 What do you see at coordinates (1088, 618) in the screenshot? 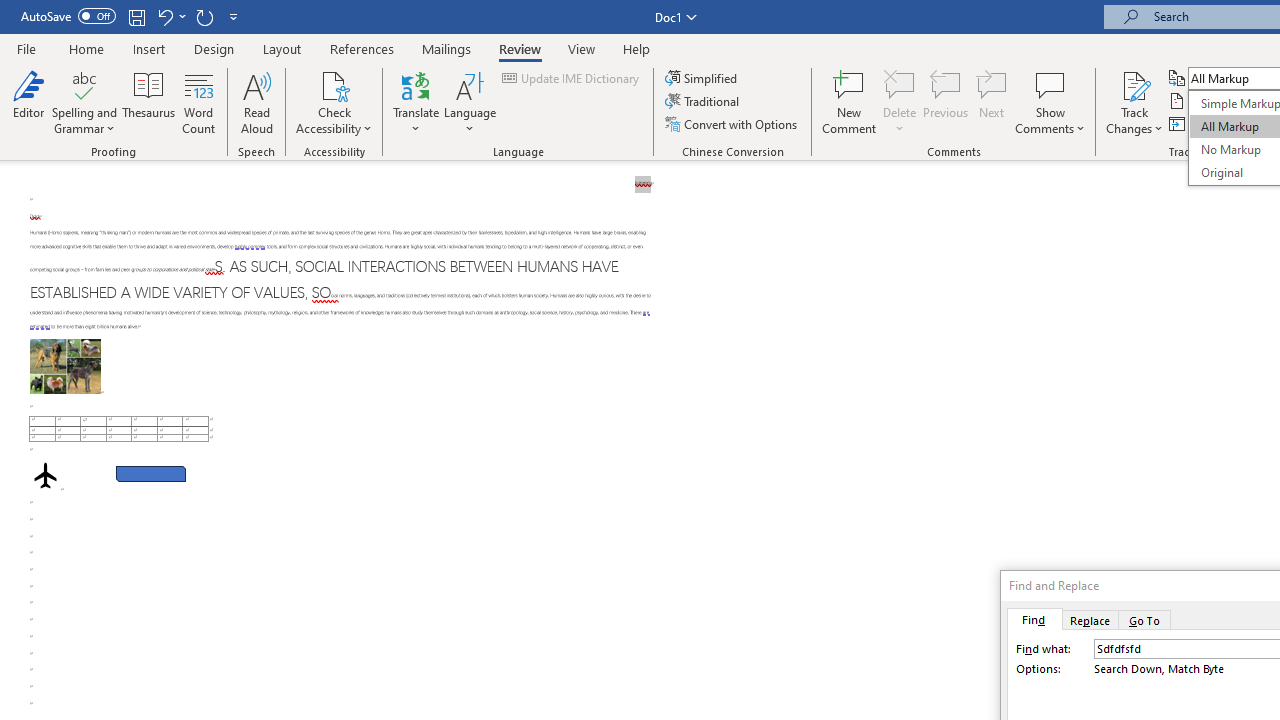
I see `'Replace'` at bounding box center [1088, 618].